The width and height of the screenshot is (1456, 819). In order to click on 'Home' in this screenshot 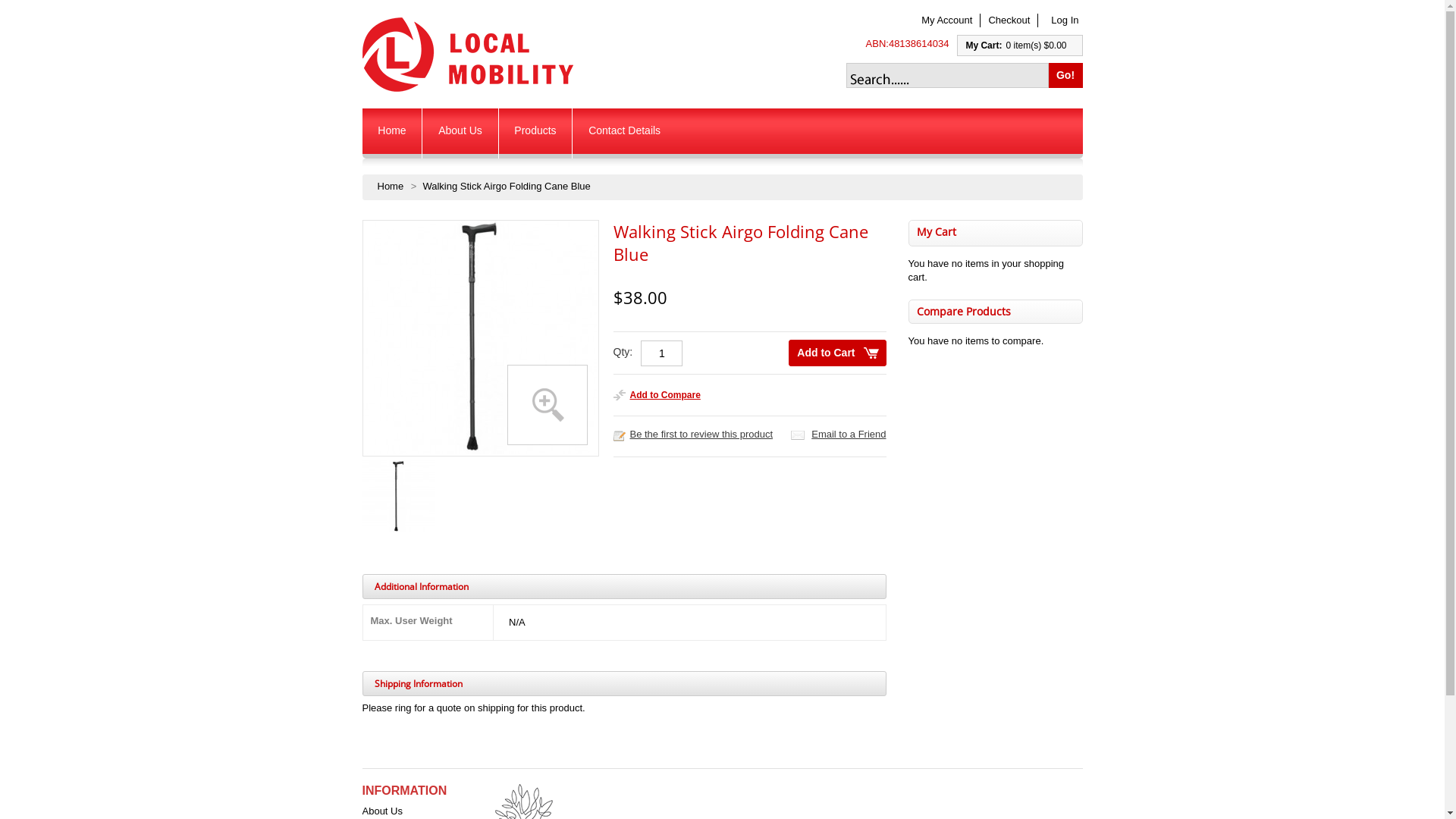, I will do `click(392, 133)`.